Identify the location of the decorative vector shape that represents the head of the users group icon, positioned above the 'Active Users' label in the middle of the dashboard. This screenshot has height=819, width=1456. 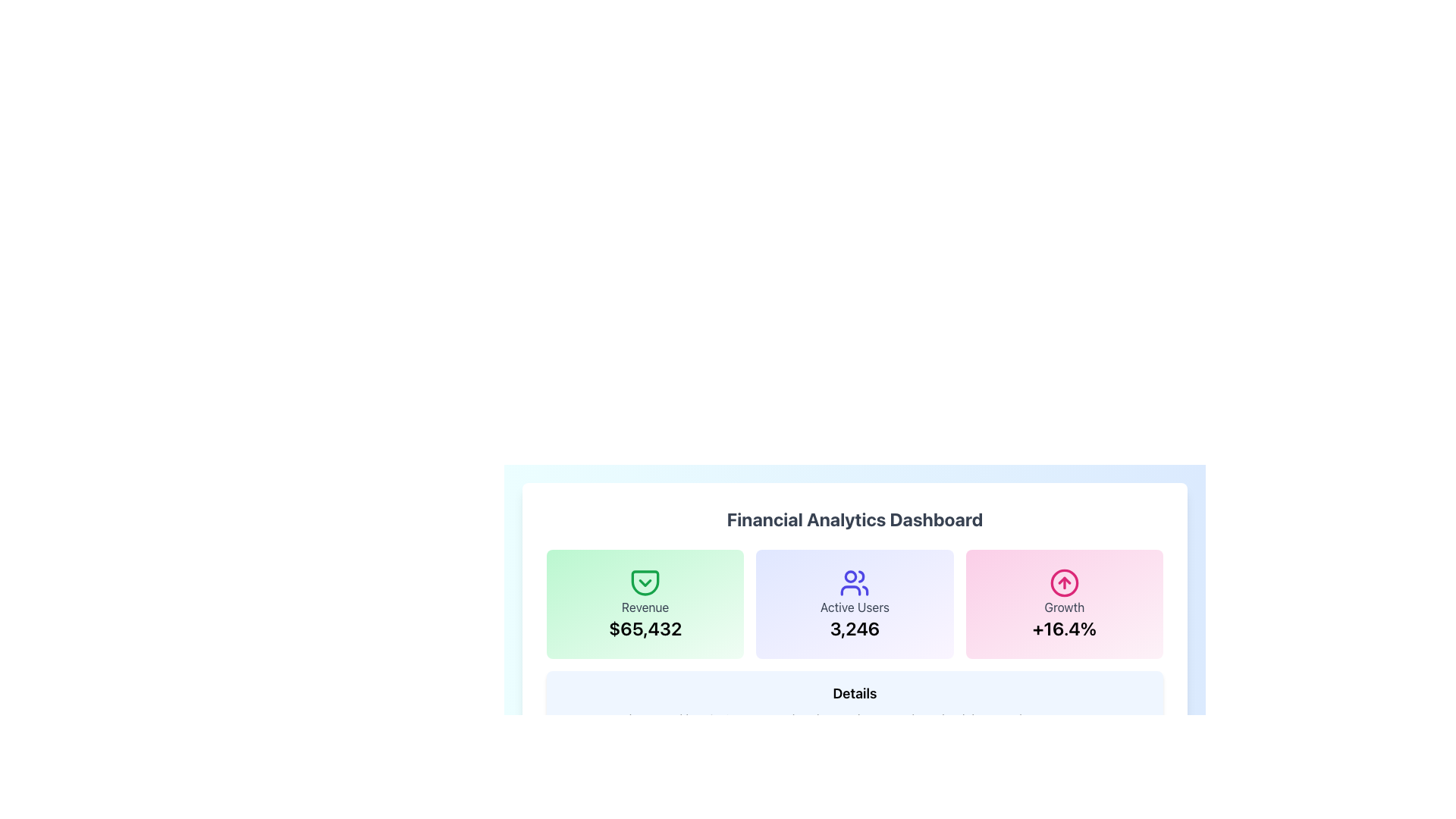
(851, 576).